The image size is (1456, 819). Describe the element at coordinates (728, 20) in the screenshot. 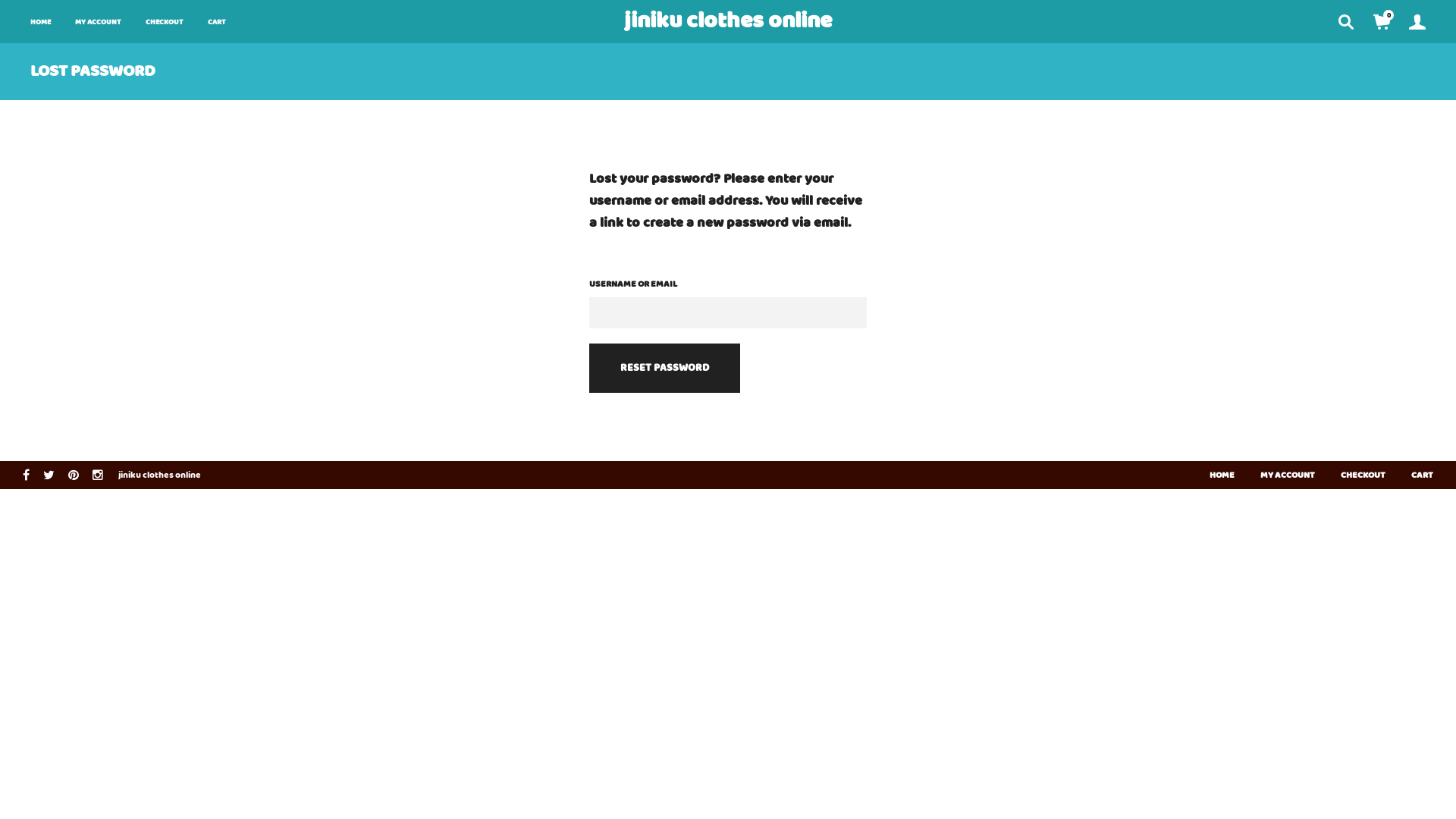

I see `'jiniku clothes online'` at that location.